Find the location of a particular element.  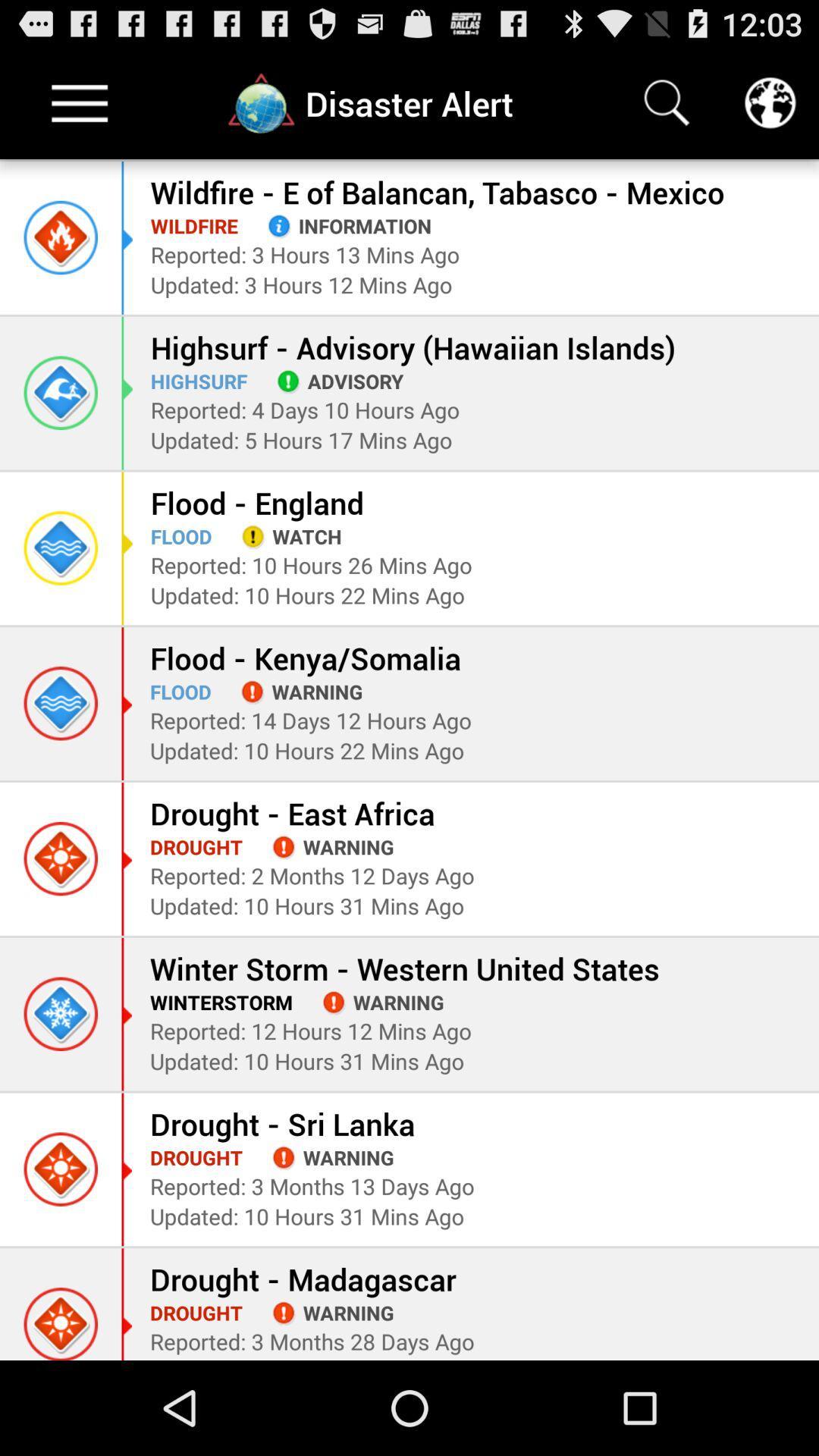

the app menu is located at coordinates (80, 102).